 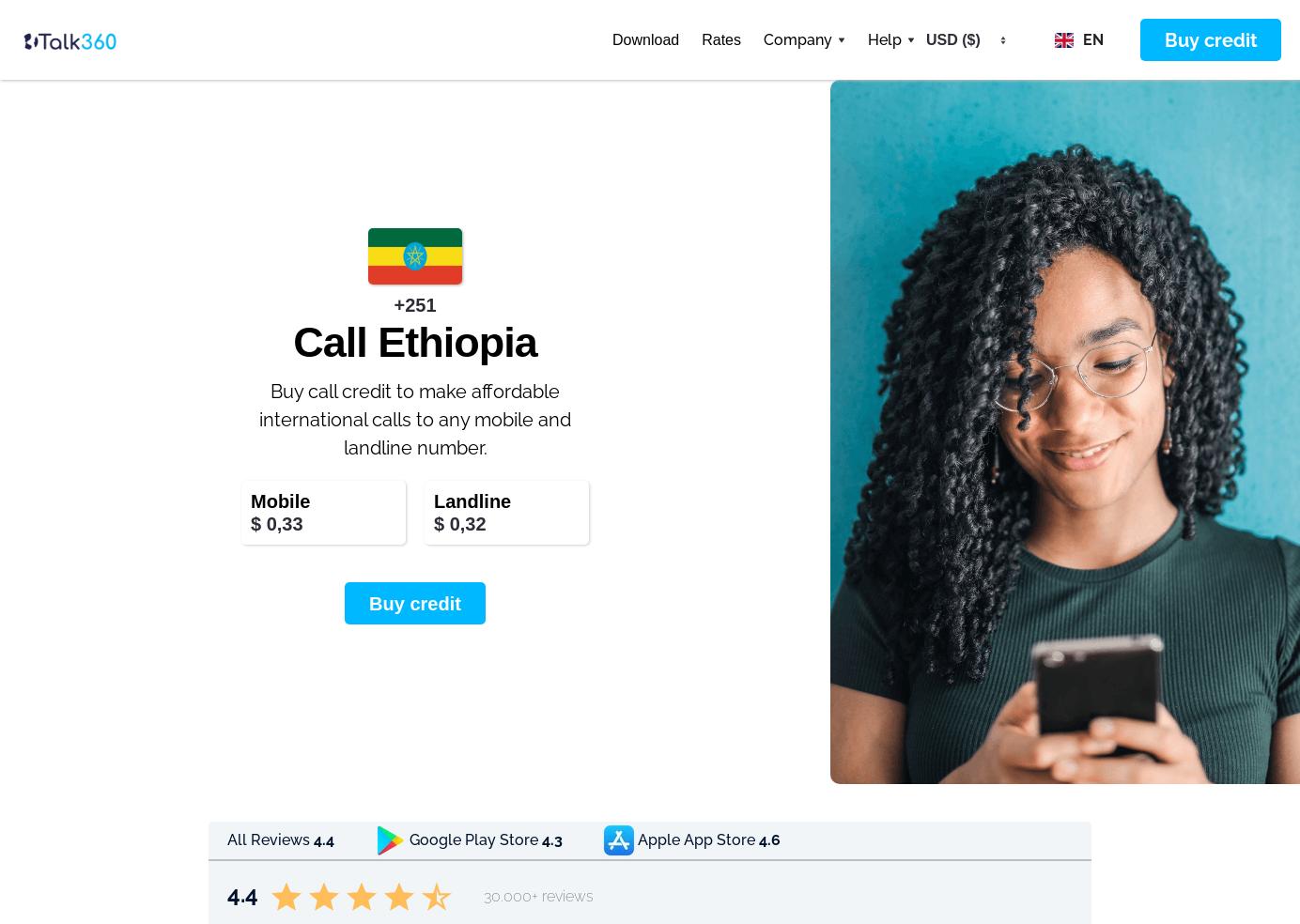 I want to click on 'Mobile', so click(x=280, y=500).